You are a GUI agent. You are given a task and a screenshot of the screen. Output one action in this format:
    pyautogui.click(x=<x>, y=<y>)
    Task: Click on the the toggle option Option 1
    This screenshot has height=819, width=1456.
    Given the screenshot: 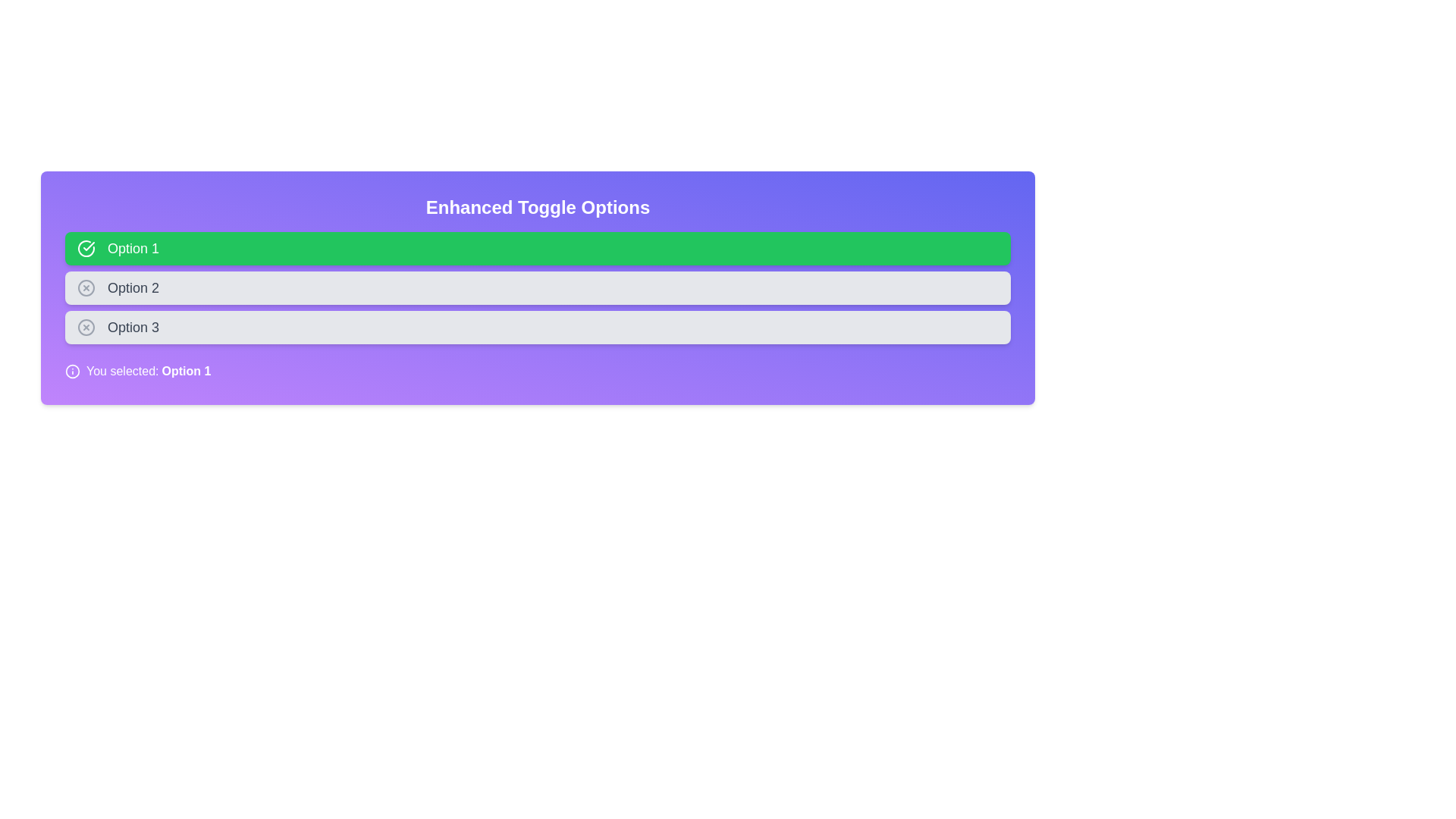 What is the action you would take?
    pyautogui.click(x=538, y=247)
    